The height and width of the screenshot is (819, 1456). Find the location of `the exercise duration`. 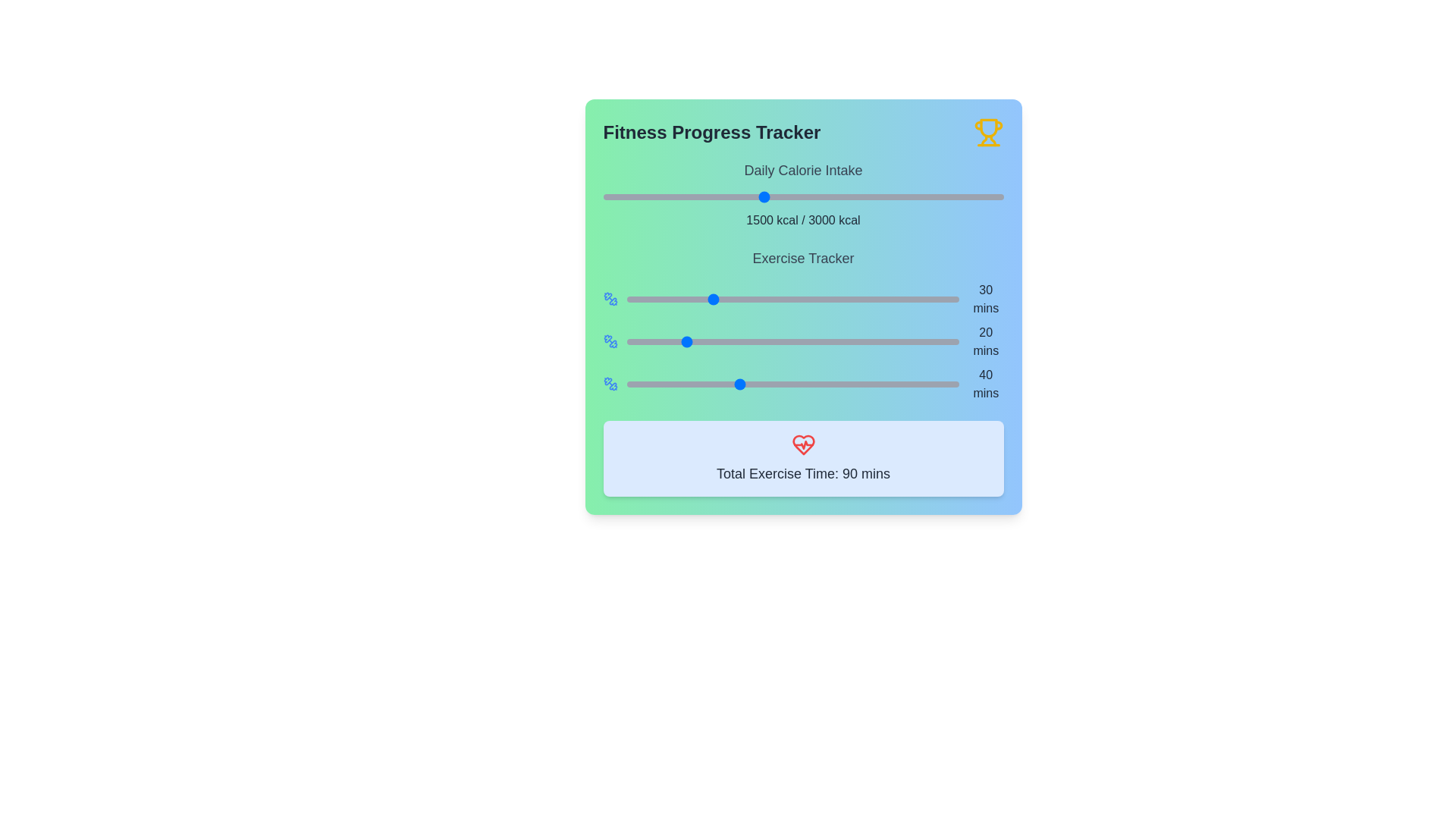

the exercise duration is located at coordinates (828, 383).